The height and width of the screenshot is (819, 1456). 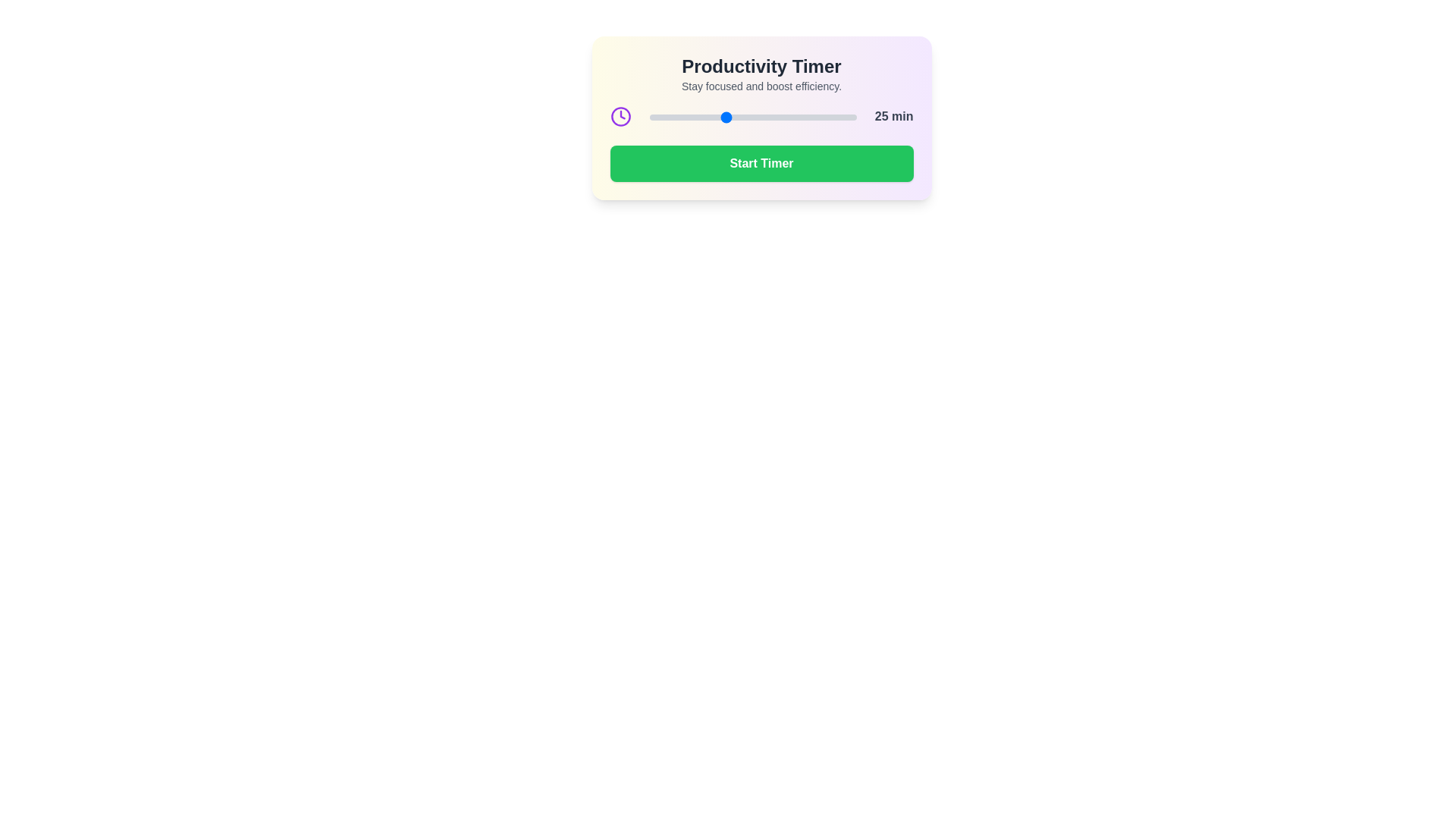 What do you see at coordinates (716, 116) in the screenshot?
I see `the timer slider to 23 minutes` at bounding box center [716, 116].